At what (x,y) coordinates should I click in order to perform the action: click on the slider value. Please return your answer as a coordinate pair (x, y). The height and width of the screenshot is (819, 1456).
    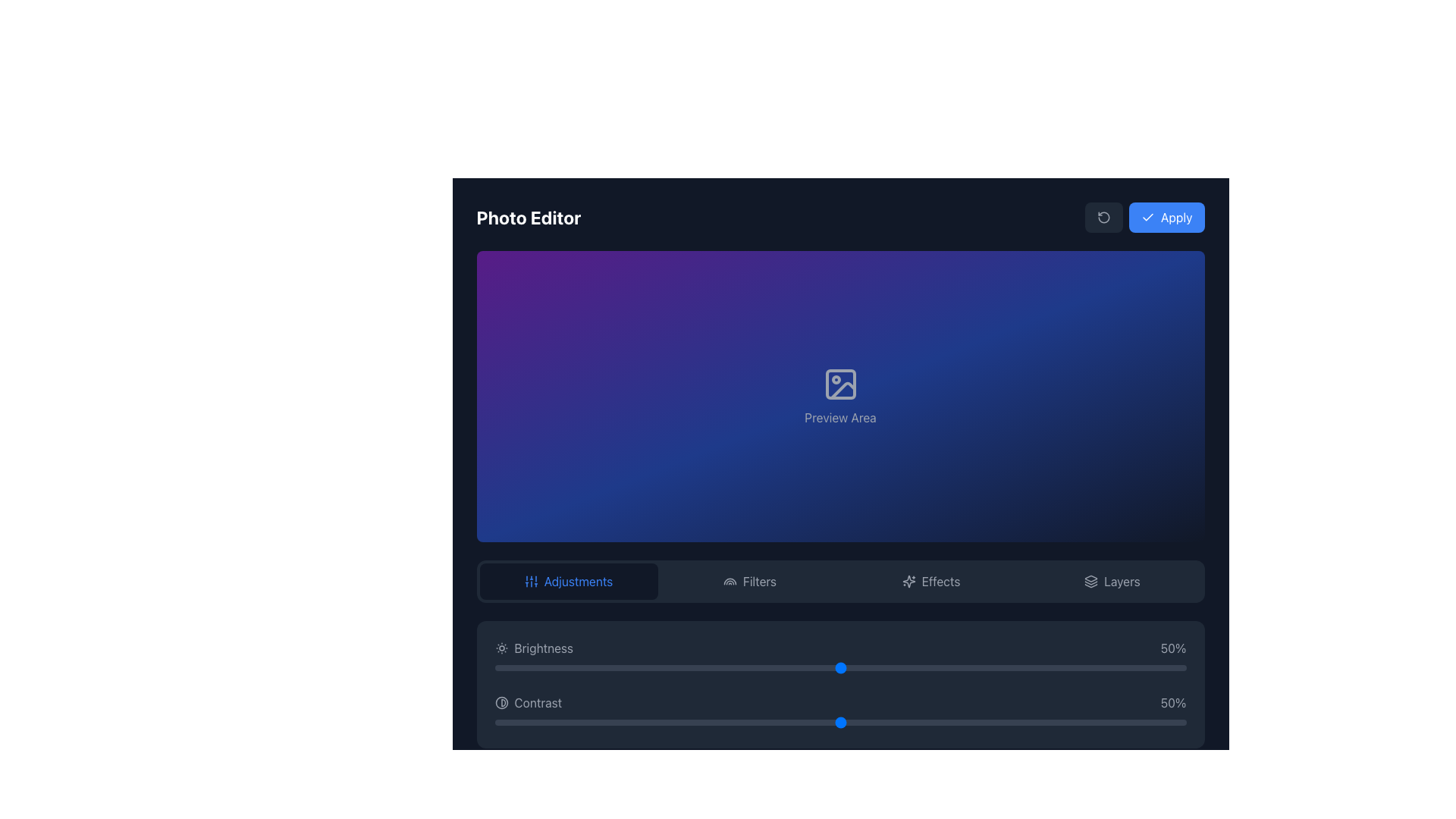
    Looking at the image, I should click on (1157, 667).